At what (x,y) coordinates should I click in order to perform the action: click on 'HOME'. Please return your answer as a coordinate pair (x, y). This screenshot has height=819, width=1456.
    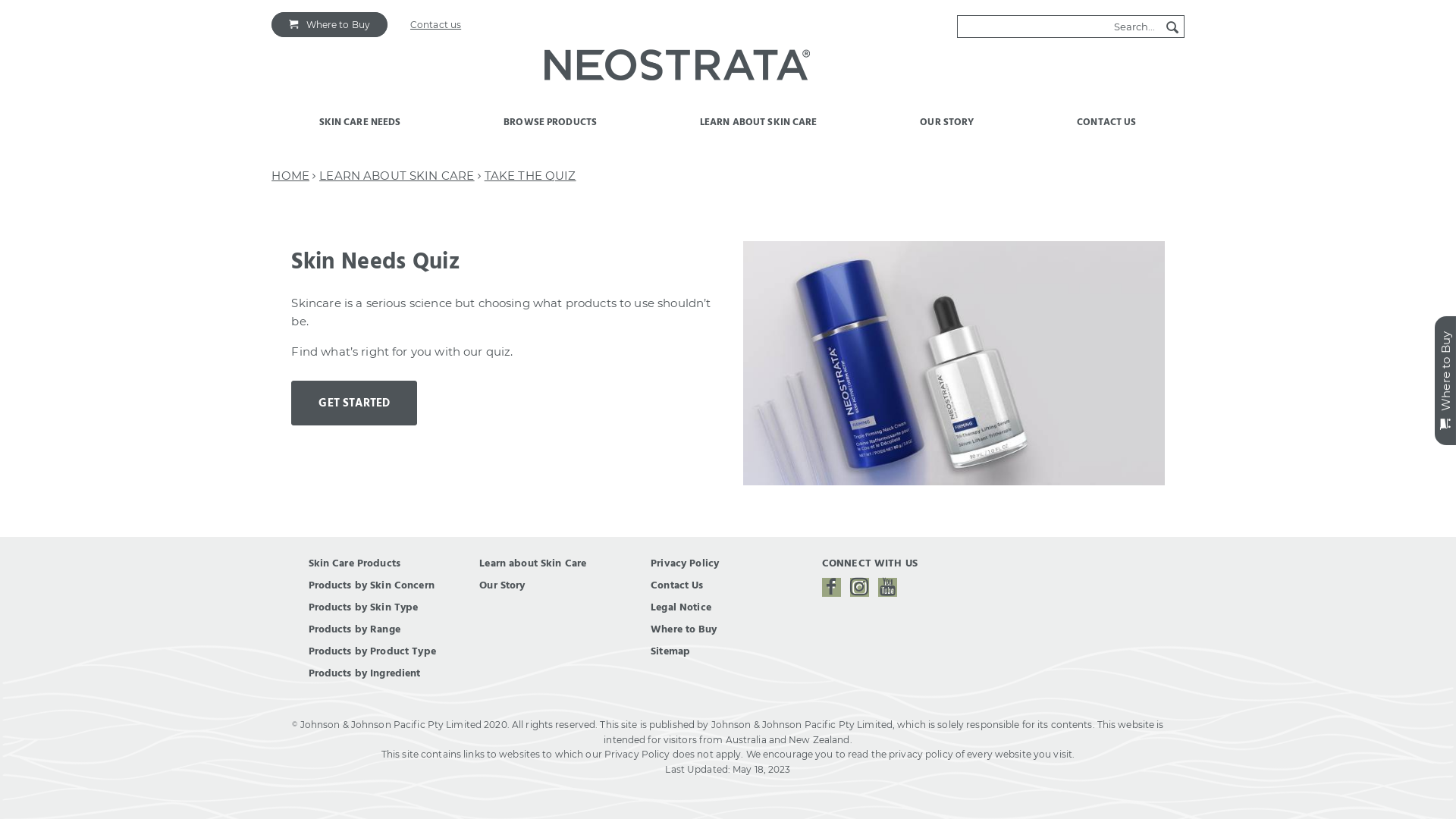
    Looking at the image, I should click on (290, 174).